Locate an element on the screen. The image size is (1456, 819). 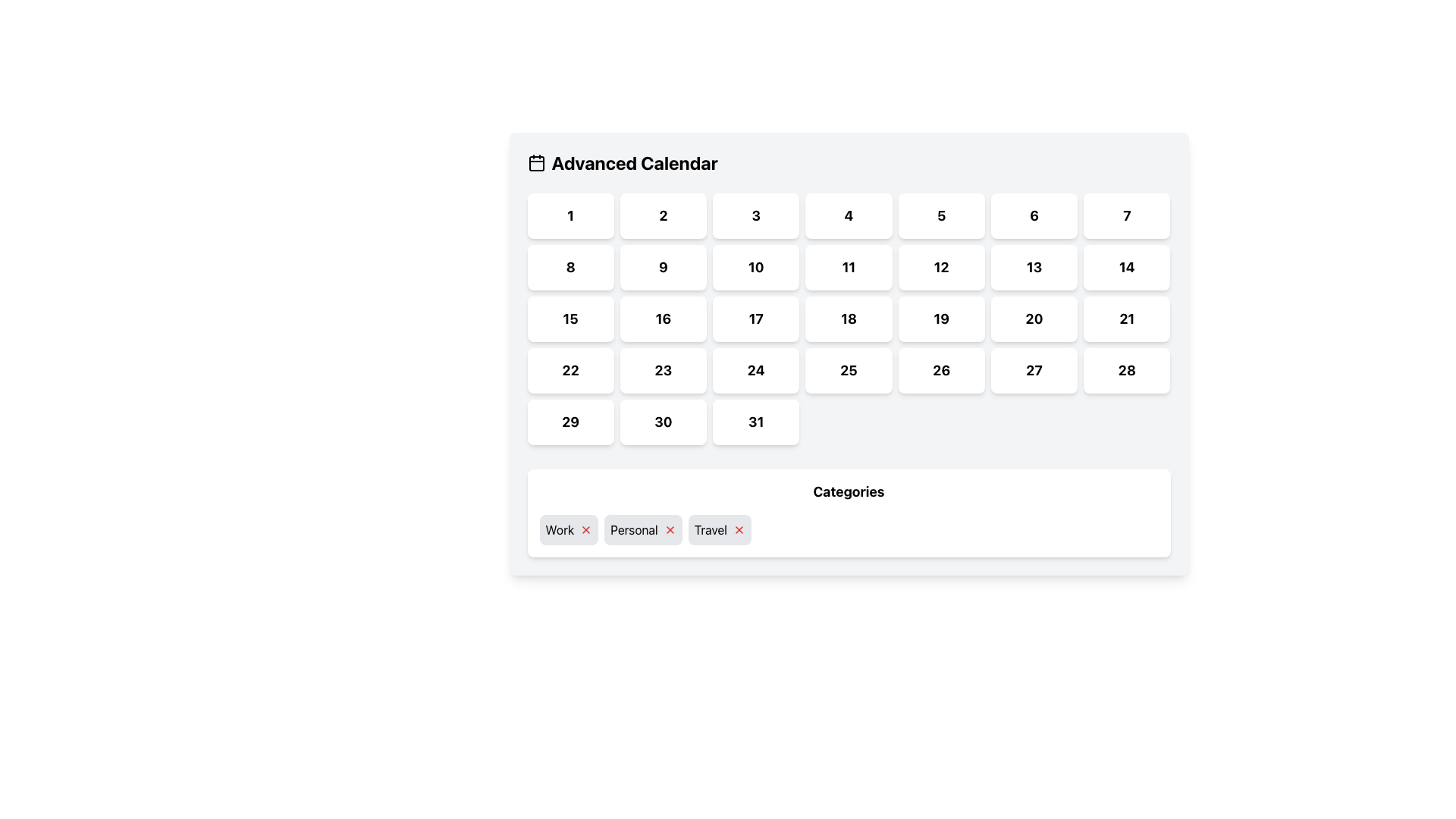
the bold text element displaying the number '18' within the calendar grid layout, which is styled with a light gray background and rounded corners is located at coordinates (848, 318).